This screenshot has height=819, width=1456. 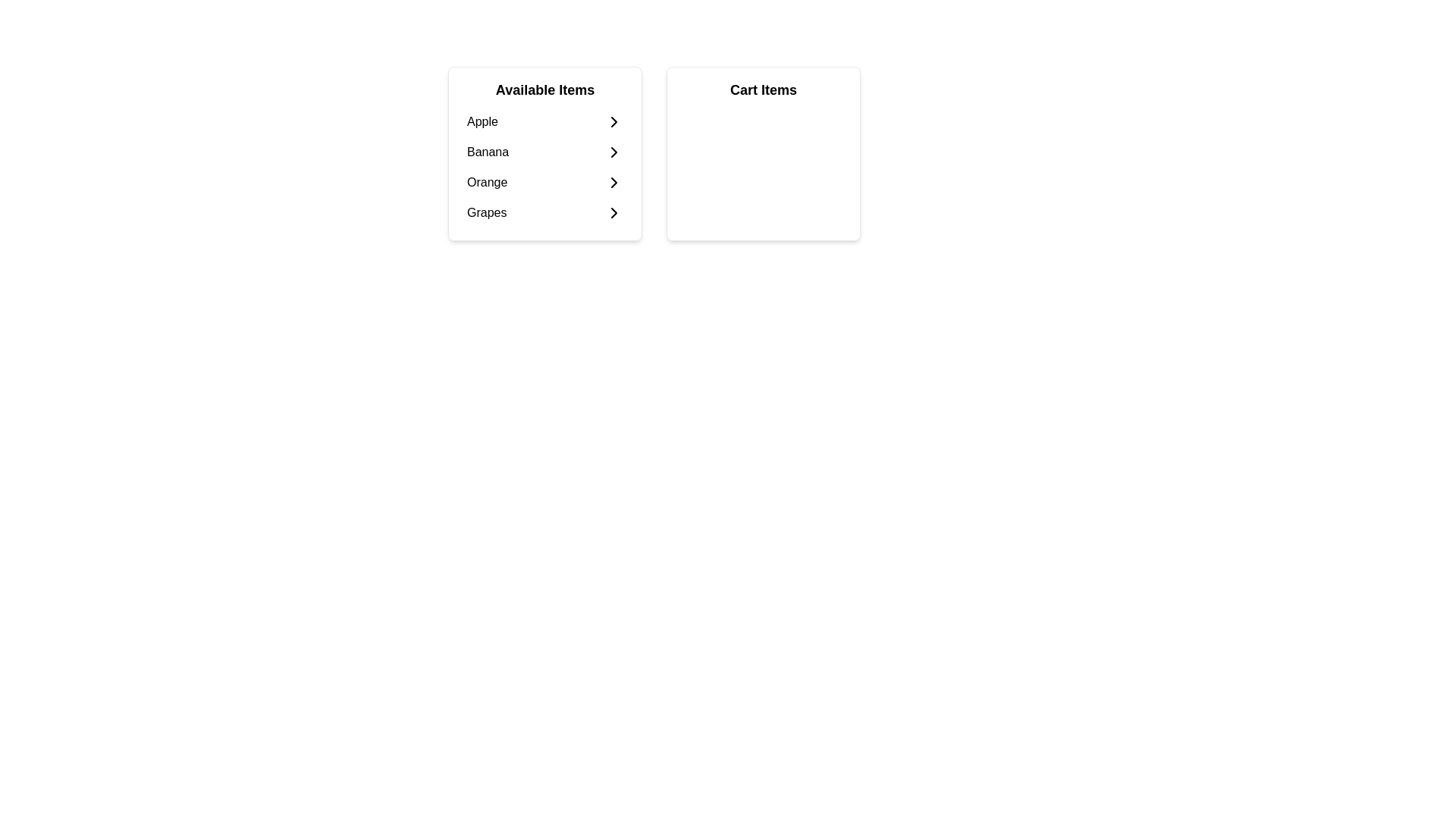 I want to click on the small chevron arrow icon pointing to the right, located next to the 'Banana' entry in the 'Available Items' list, which is the second item in the list, so click(x=614, y=152).